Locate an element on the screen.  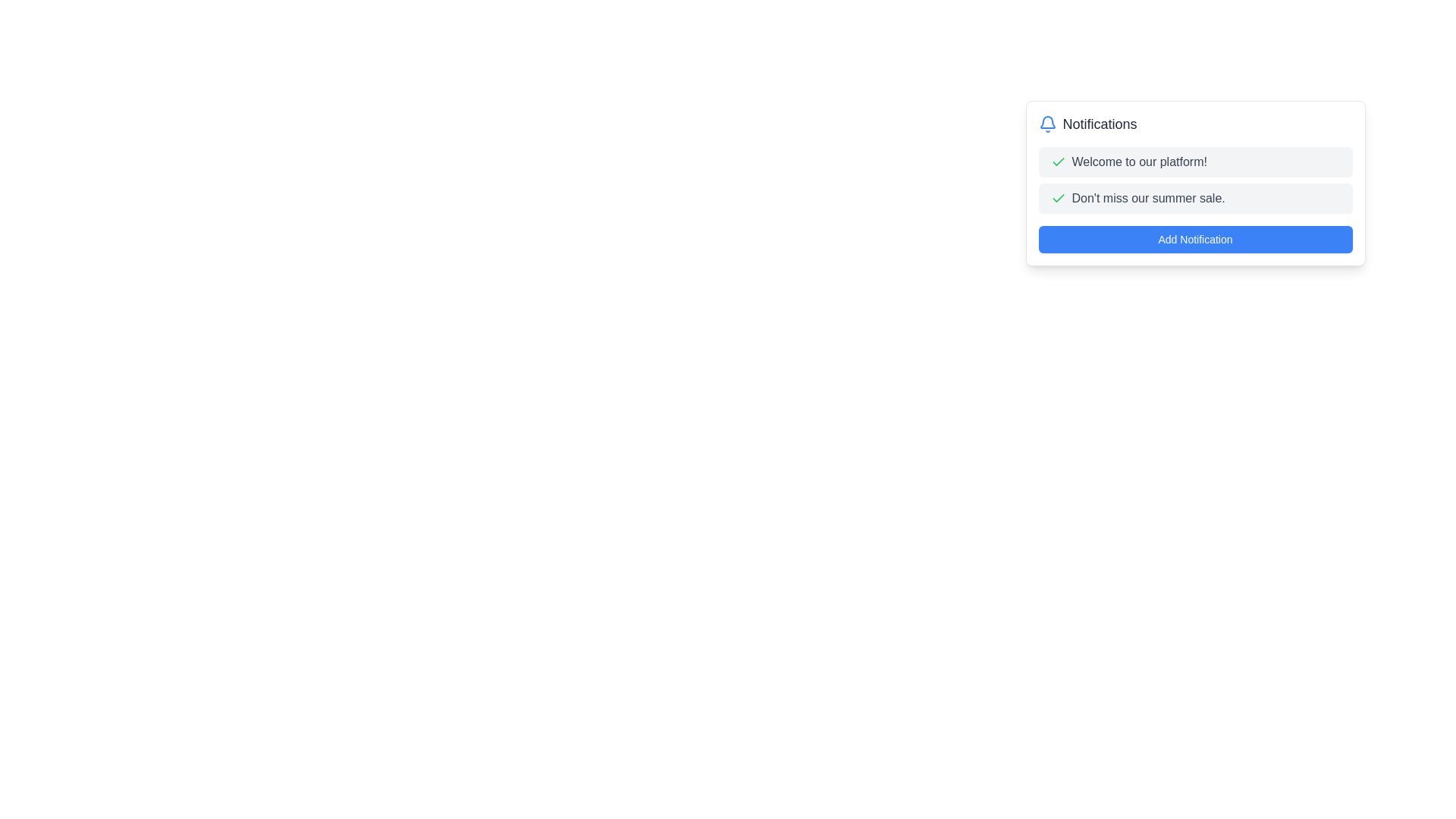
the text label that says "Don't miss our summer sale." which is part of the second notification item in the notification panel is located at coordinates (1148, 198).